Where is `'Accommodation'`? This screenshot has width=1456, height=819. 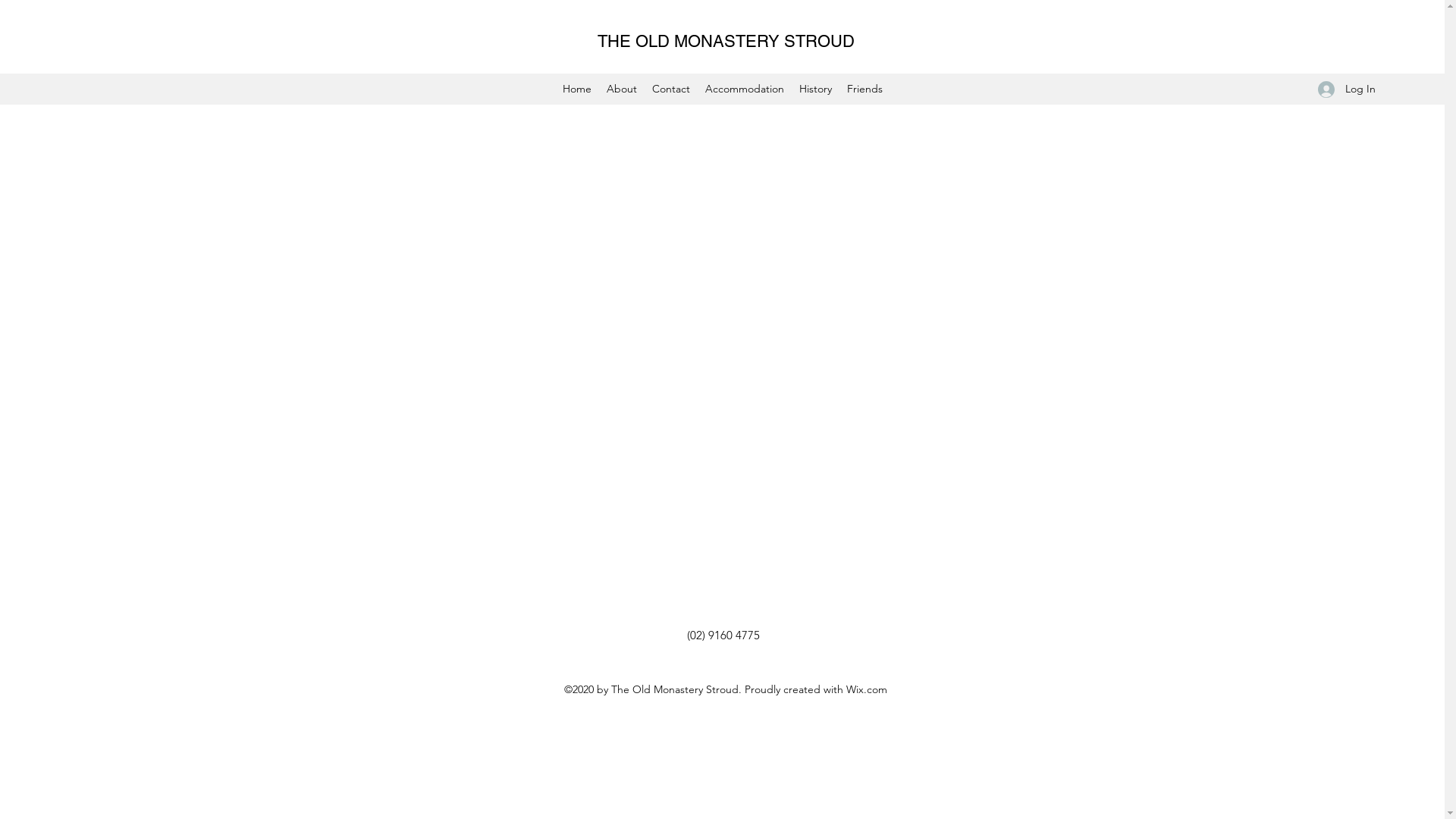
'Accommodation' is located at coordinates (745, 89).